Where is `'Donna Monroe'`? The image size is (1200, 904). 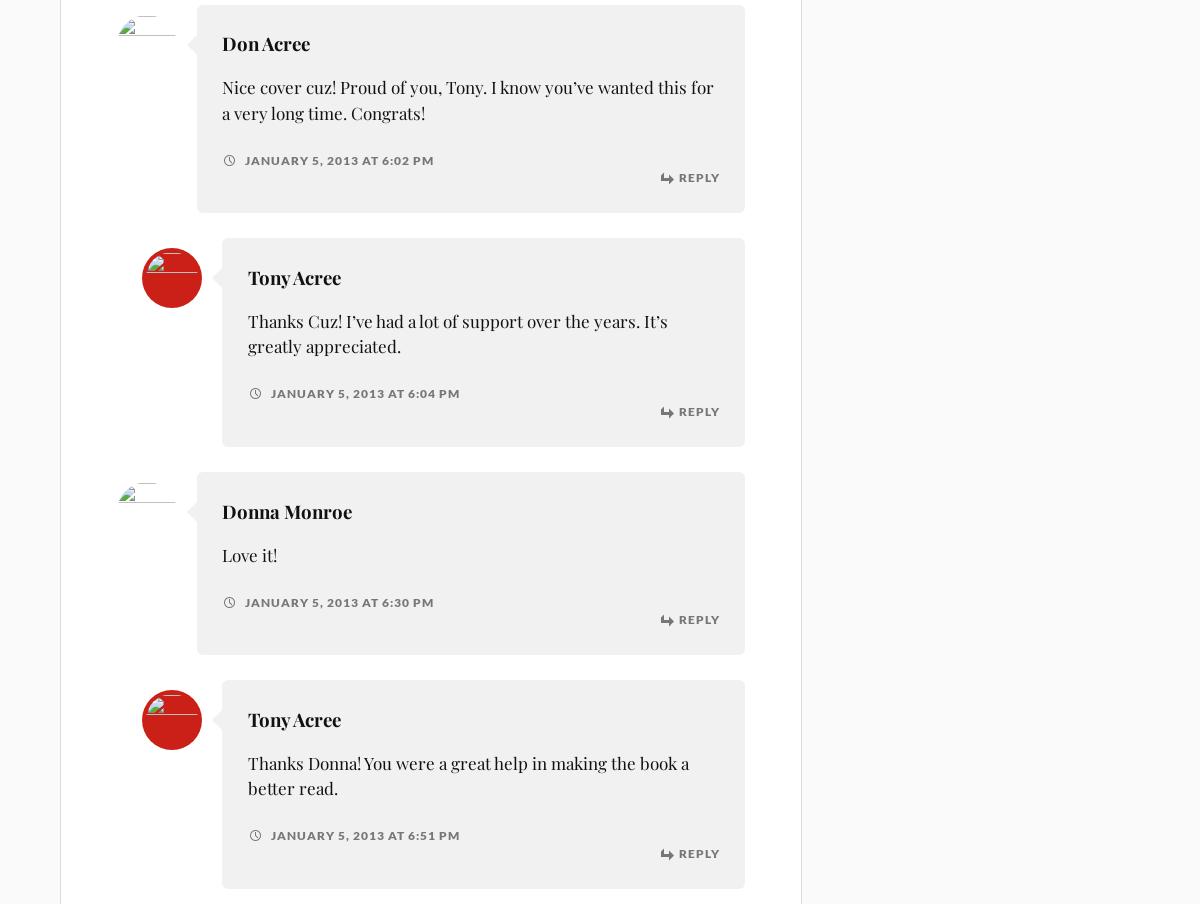 'Donna Monroe' is located at coordinates (286, 510).